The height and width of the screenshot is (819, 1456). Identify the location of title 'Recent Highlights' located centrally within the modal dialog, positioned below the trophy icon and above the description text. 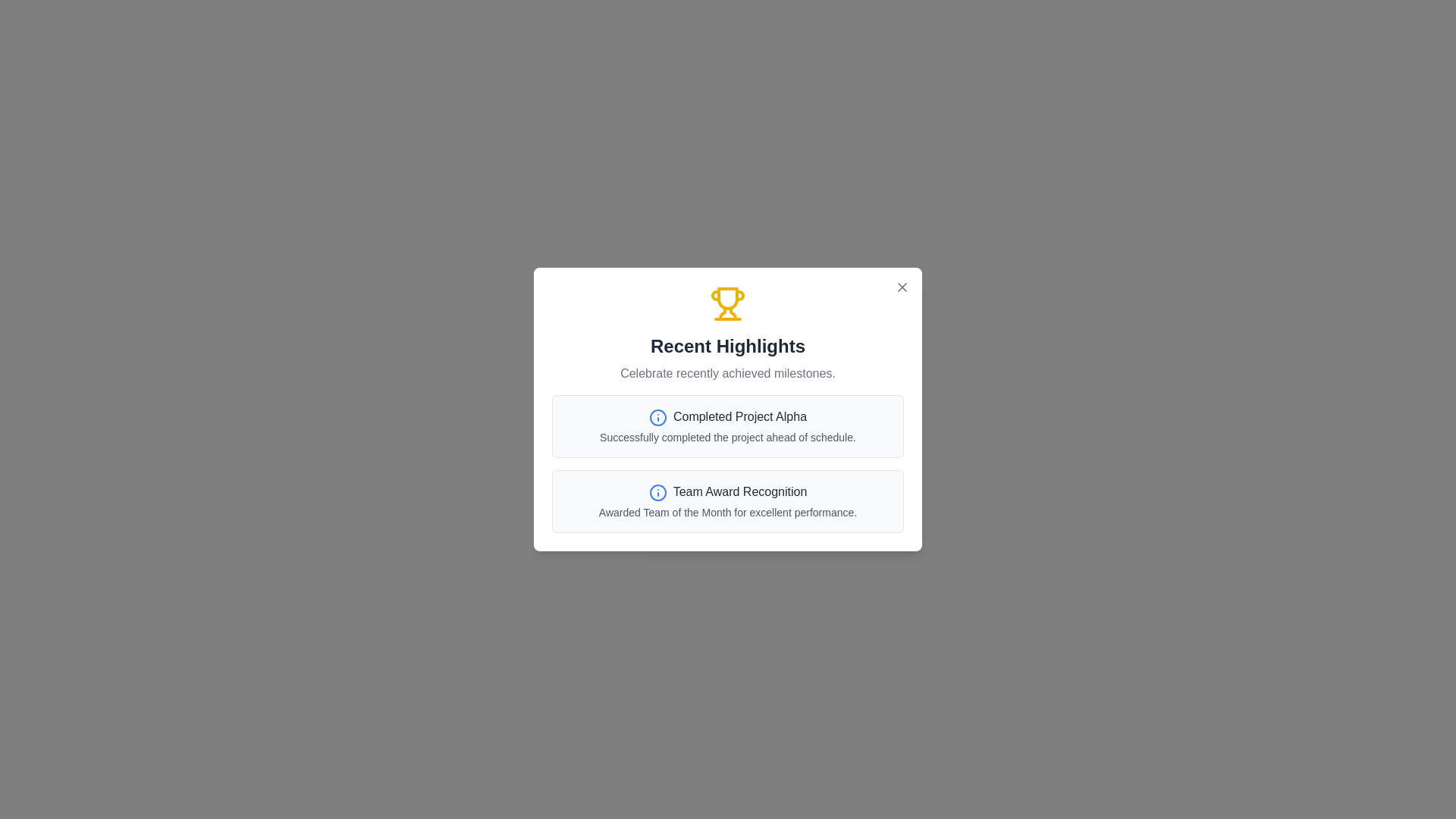
(728, 346).